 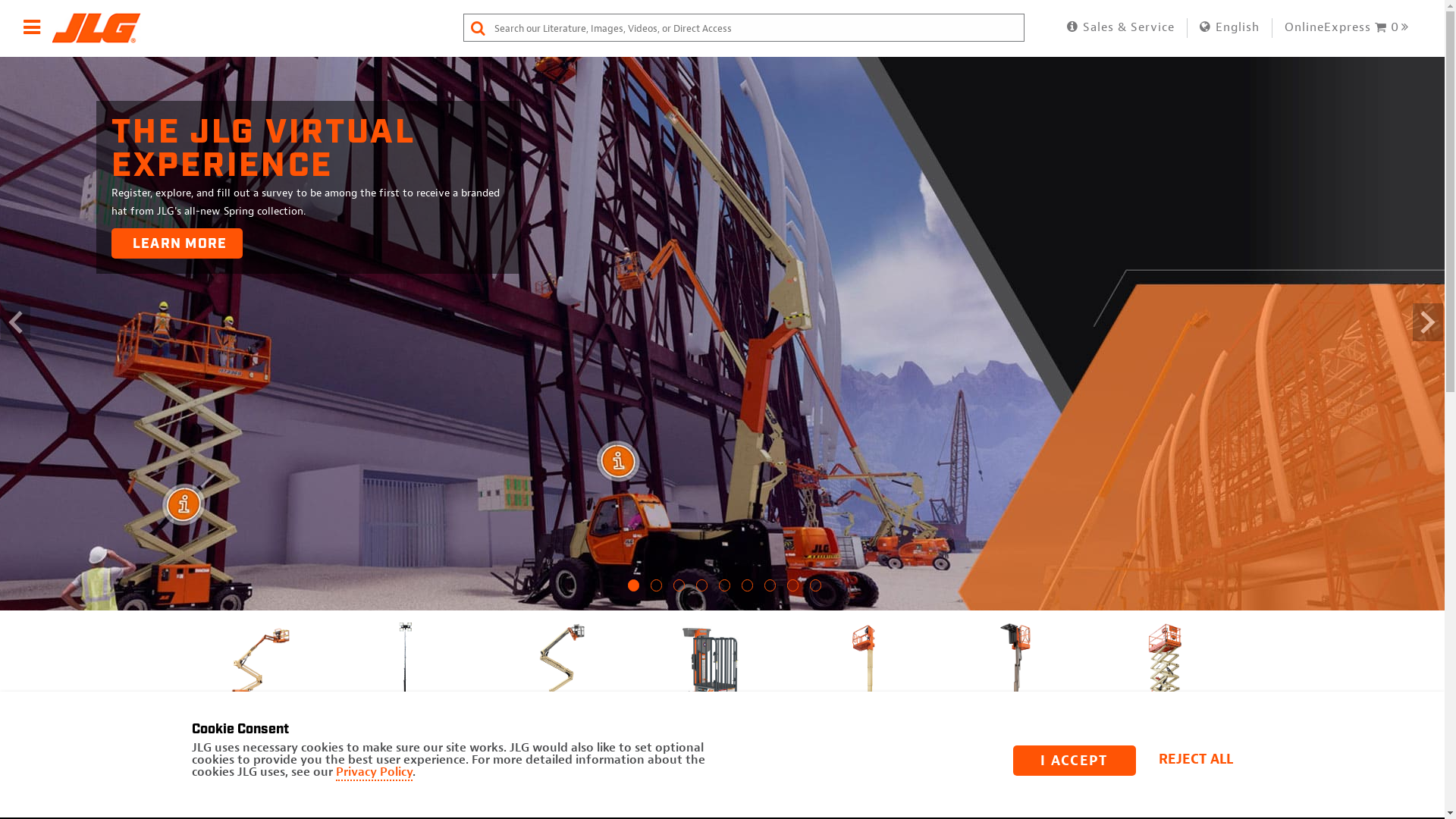 I want to click on '1', so click(x=633, y=590).